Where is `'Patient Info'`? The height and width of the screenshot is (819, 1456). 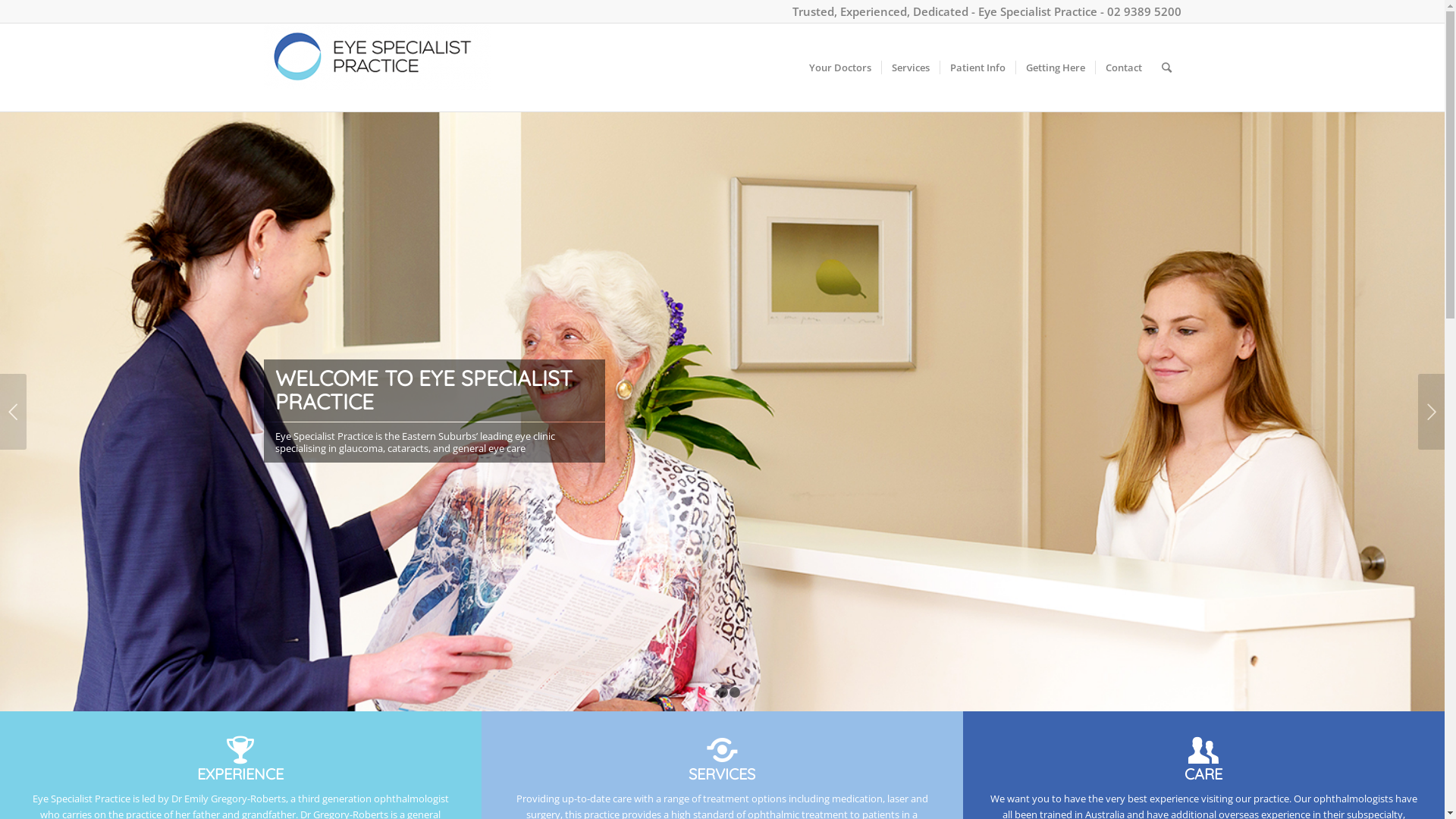 'Patient Info' is located at coordinates (976, 66).